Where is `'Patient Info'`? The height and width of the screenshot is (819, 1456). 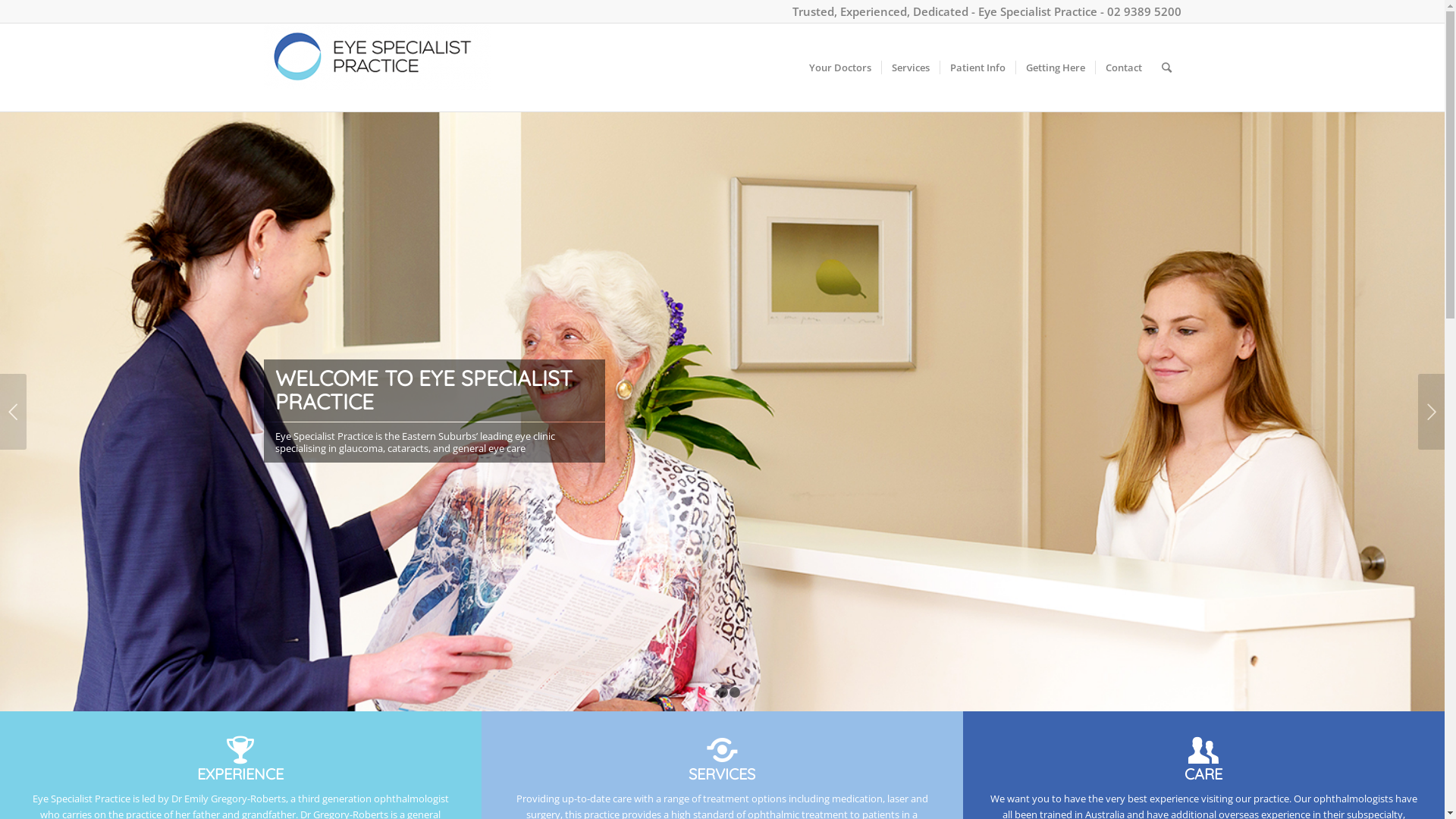 'Patient Info' is located at coordinates (976, 66).